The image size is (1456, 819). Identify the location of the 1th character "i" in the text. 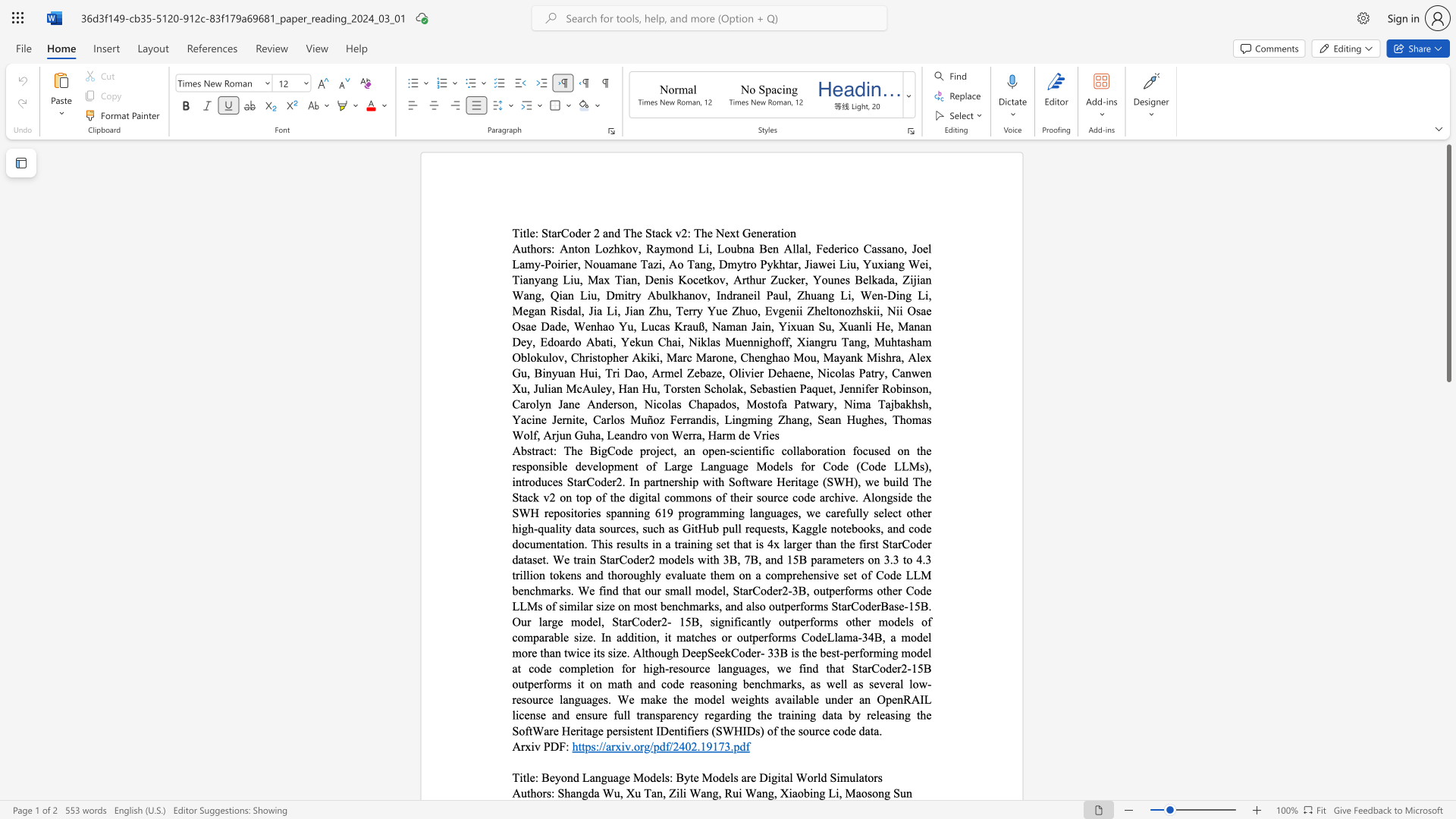
(677, 792).